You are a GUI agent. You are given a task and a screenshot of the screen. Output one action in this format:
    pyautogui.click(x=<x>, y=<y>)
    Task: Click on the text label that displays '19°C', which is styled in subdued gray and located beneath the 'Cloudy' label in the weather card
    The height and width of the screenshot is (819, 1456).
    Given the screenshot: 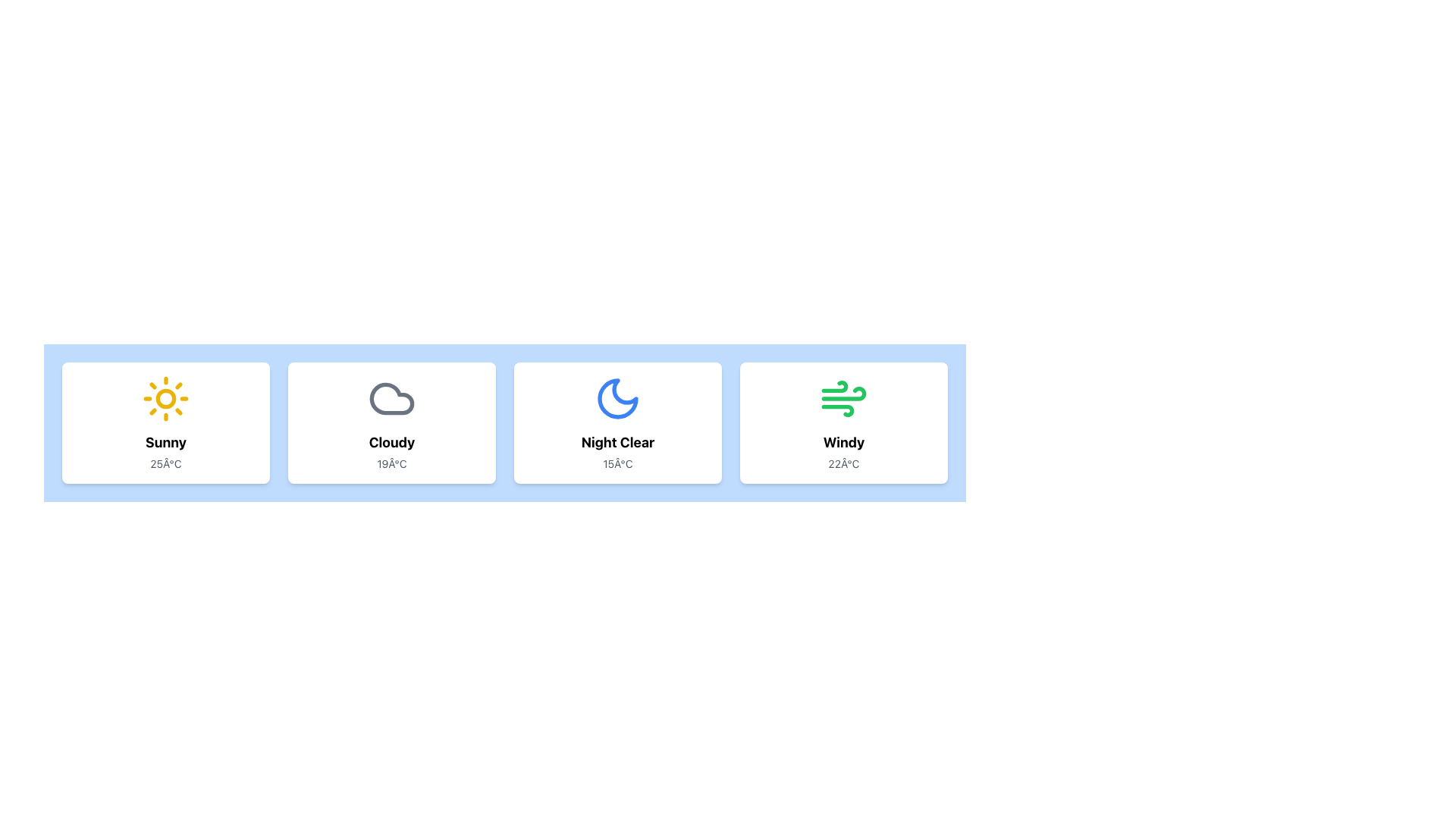 What is the action you would take?
    pyautogui.click(x=392, y=463)
    